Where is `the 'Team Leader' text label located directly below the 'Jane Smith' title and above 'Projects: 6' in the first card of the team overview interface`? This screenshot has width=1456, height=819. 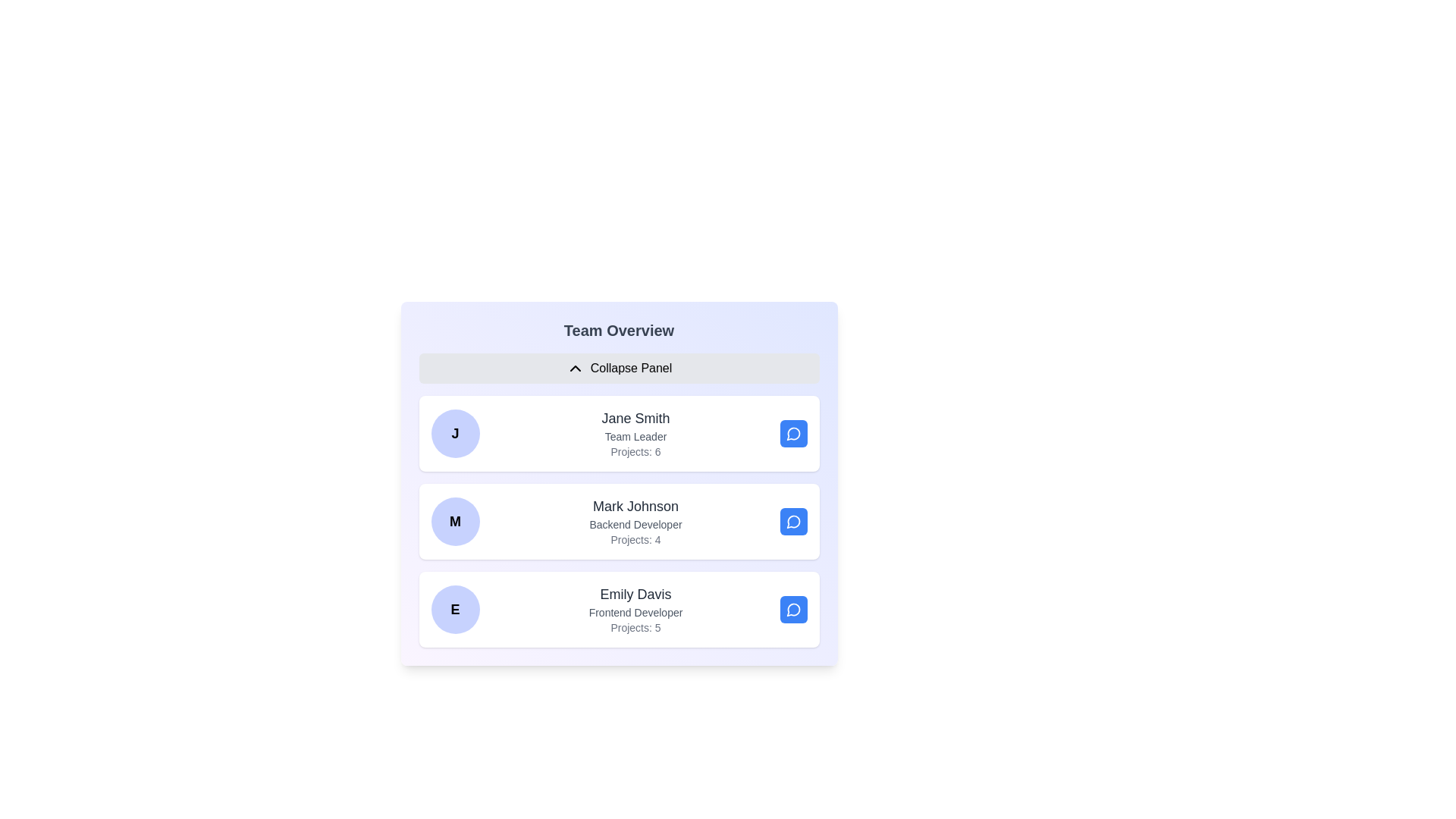
the 'Team Leader' text label located directly below the 'Jane Smith' title and above 'Projects: 6' in the first card of the team overview interface is located at coordinates (635, 436).